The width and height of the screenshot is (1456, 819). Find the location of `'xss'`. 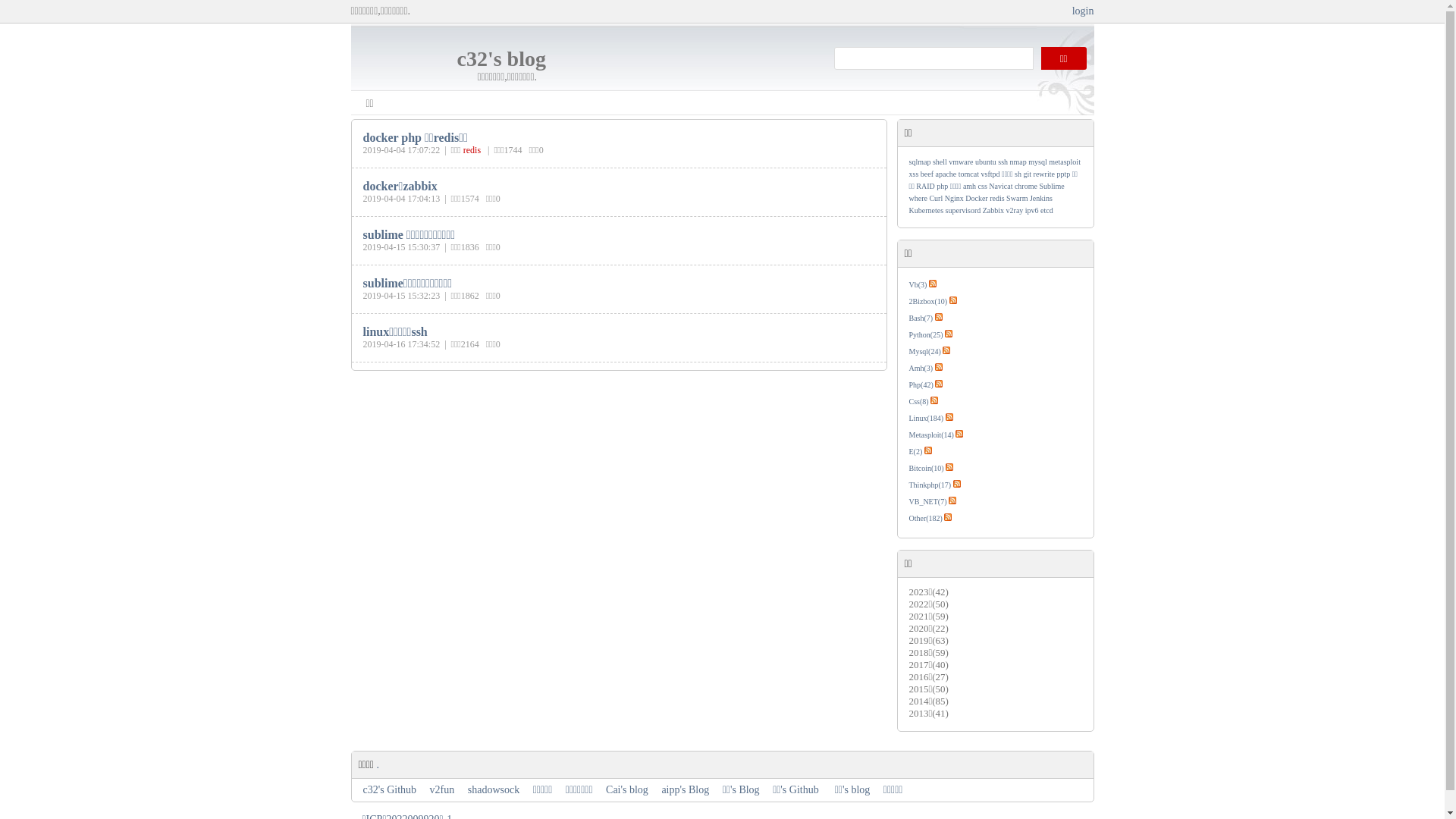

'xss' is located at coordinates (912, 173).